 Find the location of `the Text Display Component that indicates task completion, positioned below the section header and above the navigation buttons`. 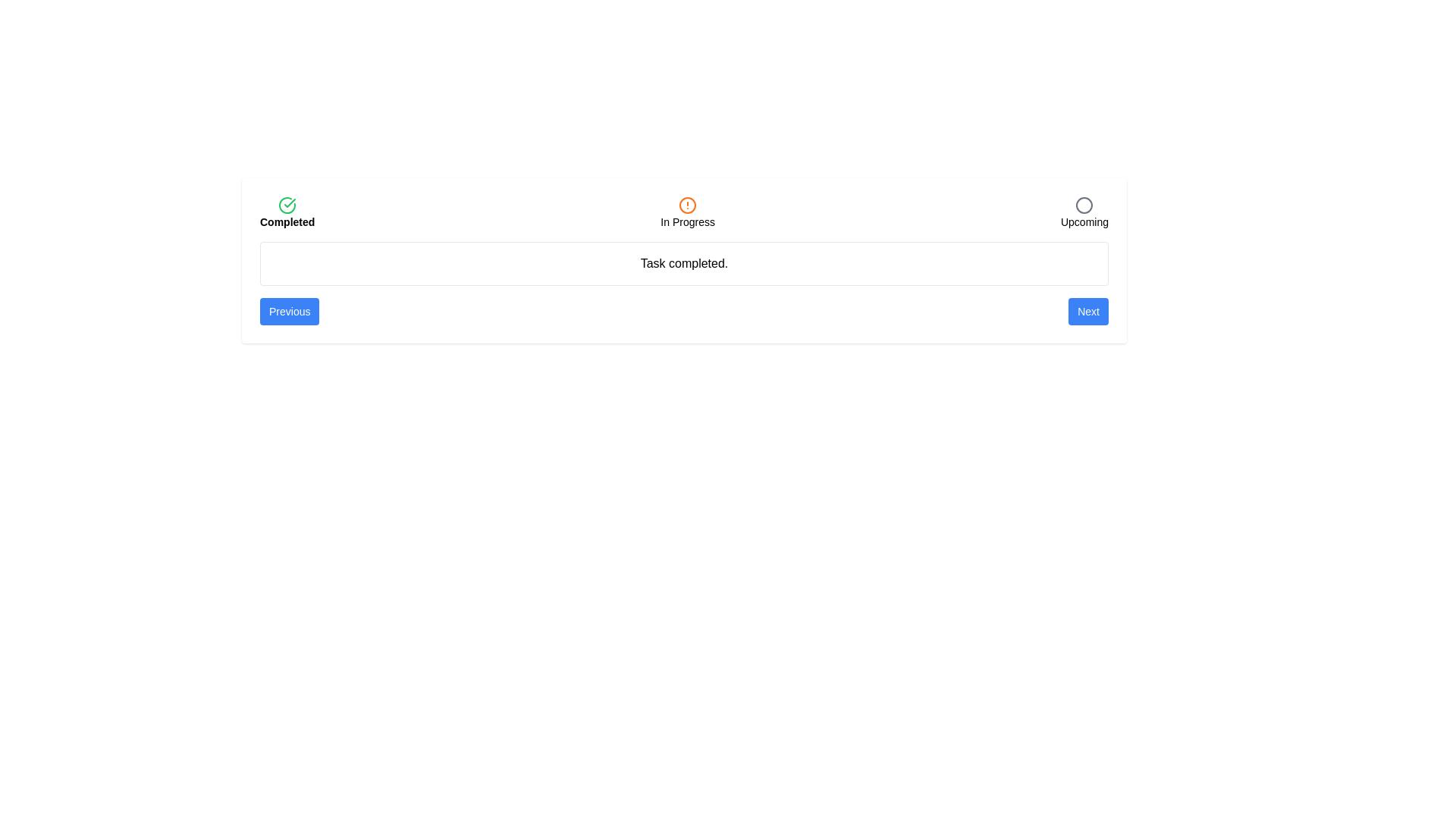

the Text Display Component that indicates task completion, positioned below the section header and above the navigation buttons is located at coordinates (683, 262).